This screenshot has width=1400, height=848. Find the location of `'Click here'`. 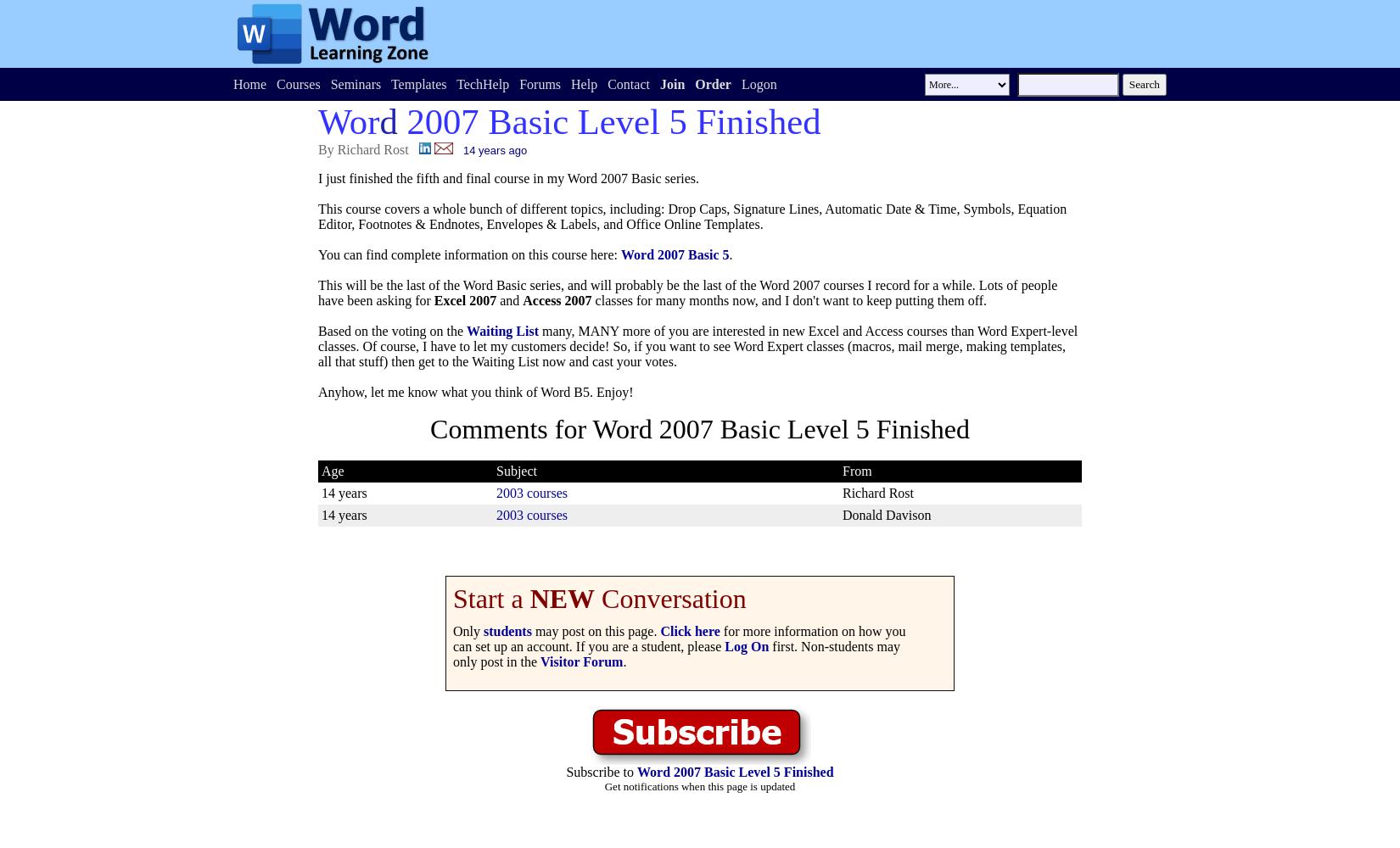

'Click here' is located at coordinates (688, 630).